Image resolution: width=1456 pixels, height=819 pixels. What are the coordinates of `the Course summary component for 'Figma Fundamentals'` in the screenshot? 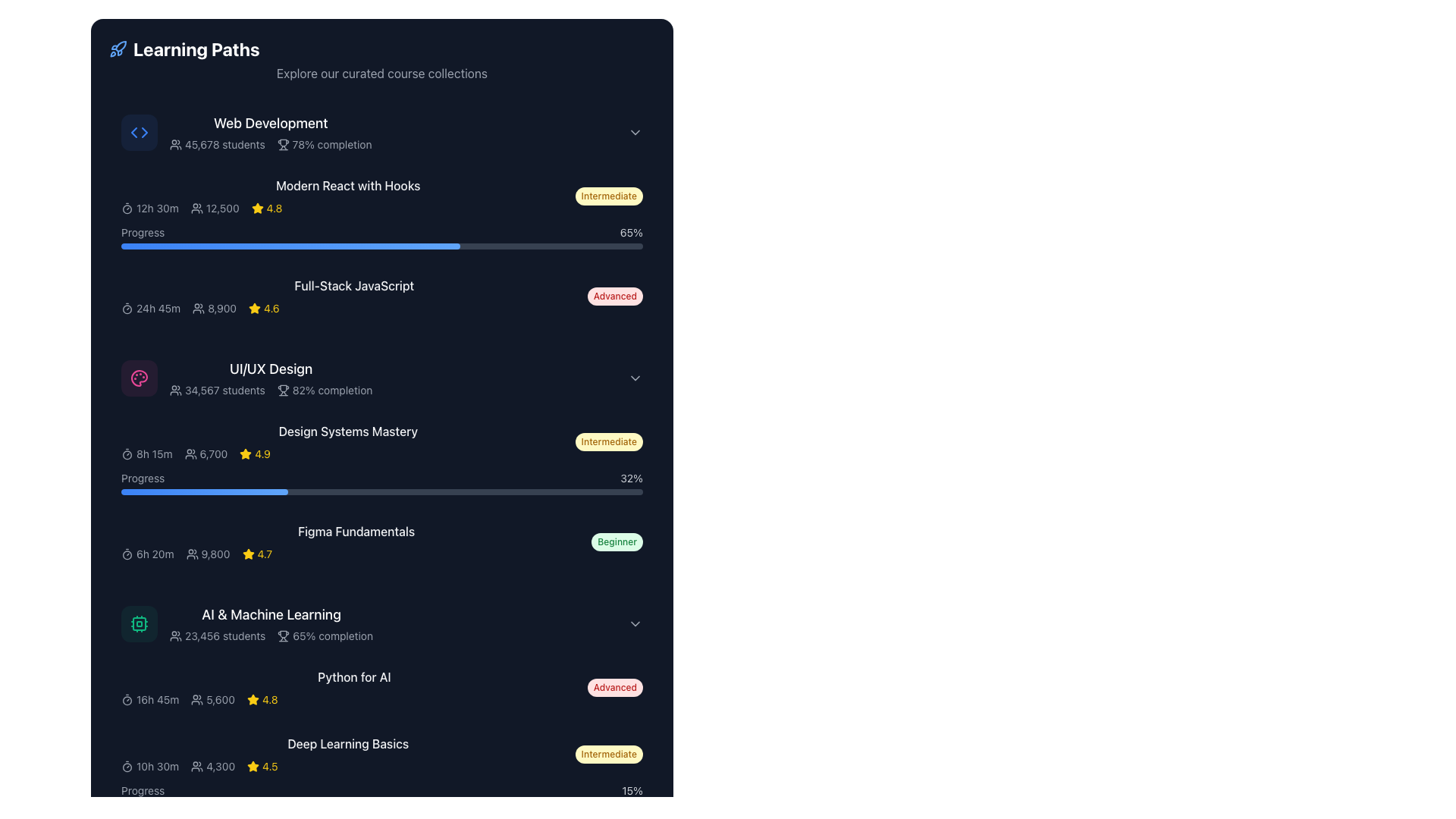 It's located at (356, 541).